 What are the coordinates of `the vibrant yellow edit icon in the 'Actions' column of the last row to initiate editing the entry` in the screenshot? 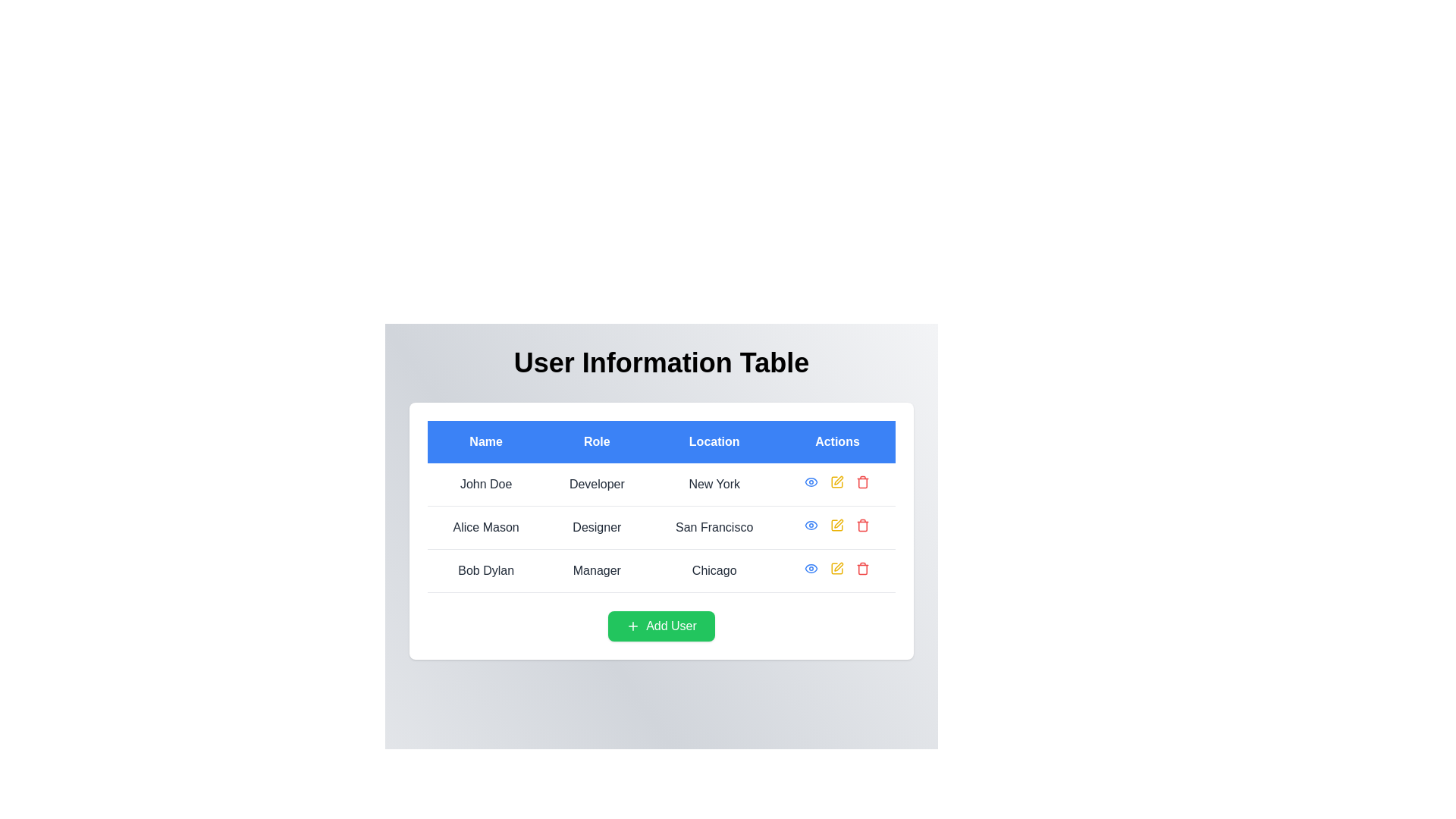 It's located at (836, 568).